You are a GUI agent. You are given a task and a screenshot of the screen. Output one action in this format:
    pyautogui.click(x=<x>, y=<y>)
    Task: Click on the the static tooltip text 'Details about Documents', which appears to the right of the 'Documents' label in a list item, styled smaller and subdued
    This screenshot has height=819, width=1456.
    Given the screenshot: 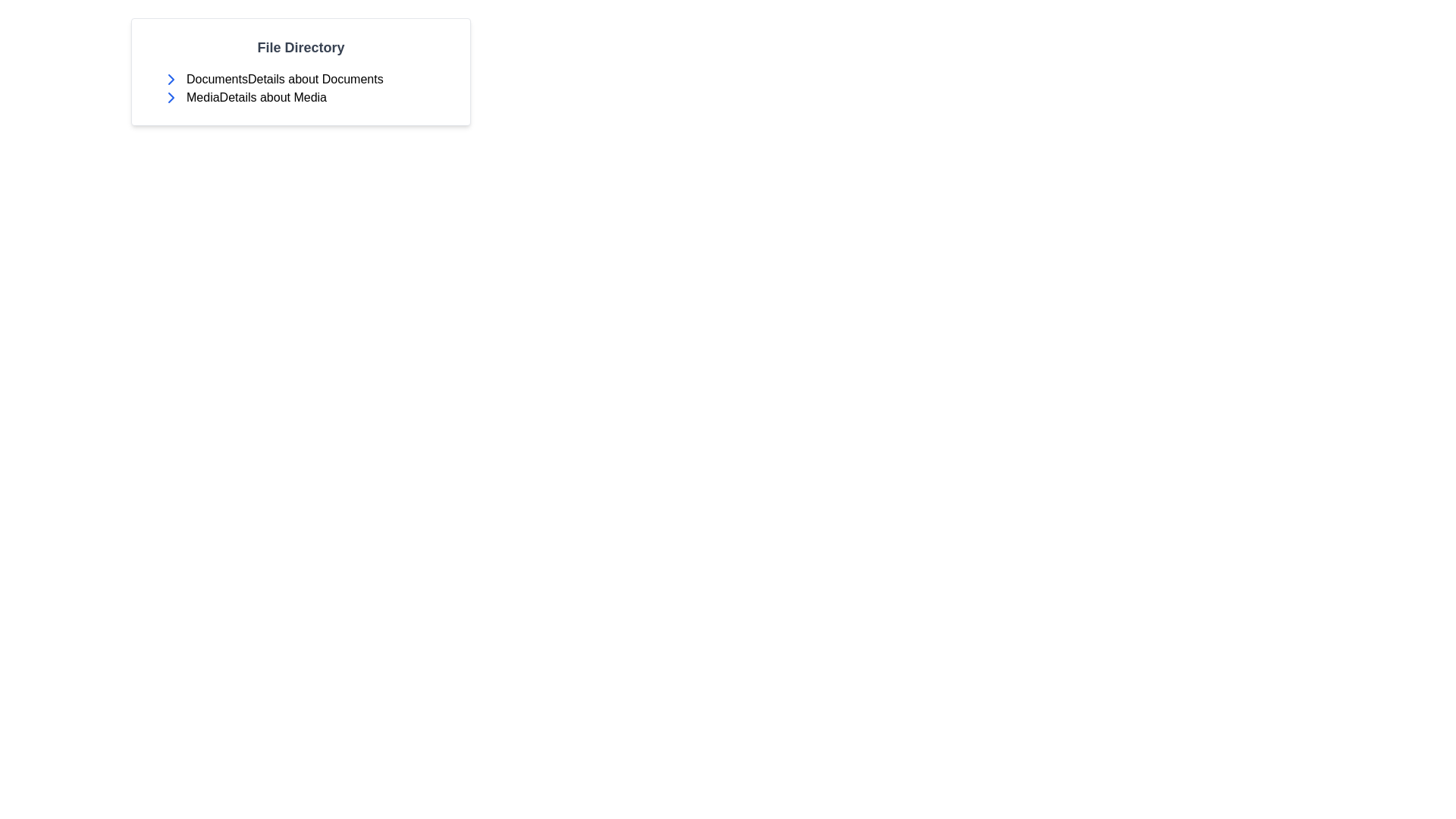 What is the action you would take?
    pyautogui.click(x=315, y=79)
    